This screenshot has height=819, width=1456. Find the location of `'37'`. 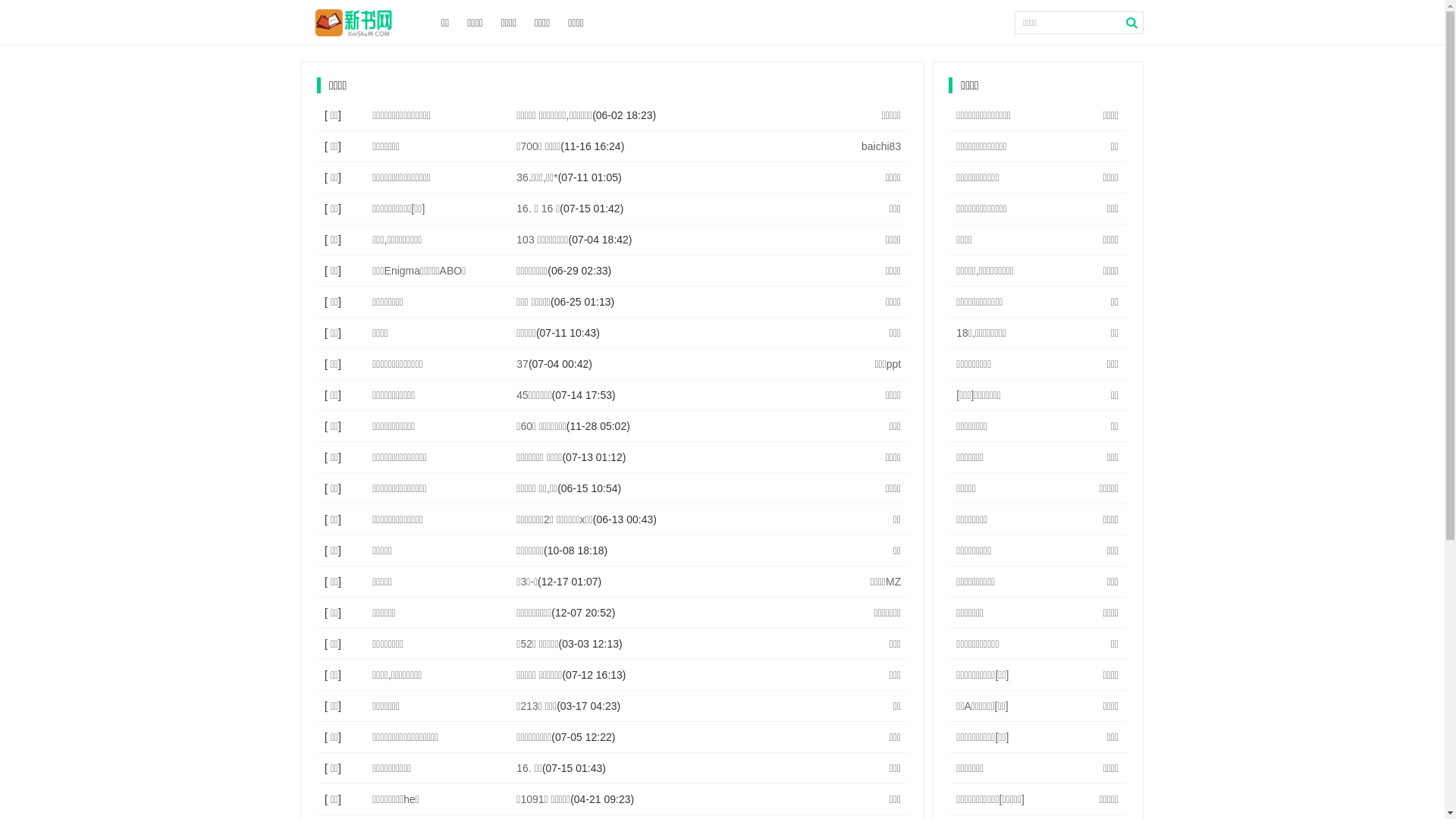

'37' is located at coordinates (522, 363).